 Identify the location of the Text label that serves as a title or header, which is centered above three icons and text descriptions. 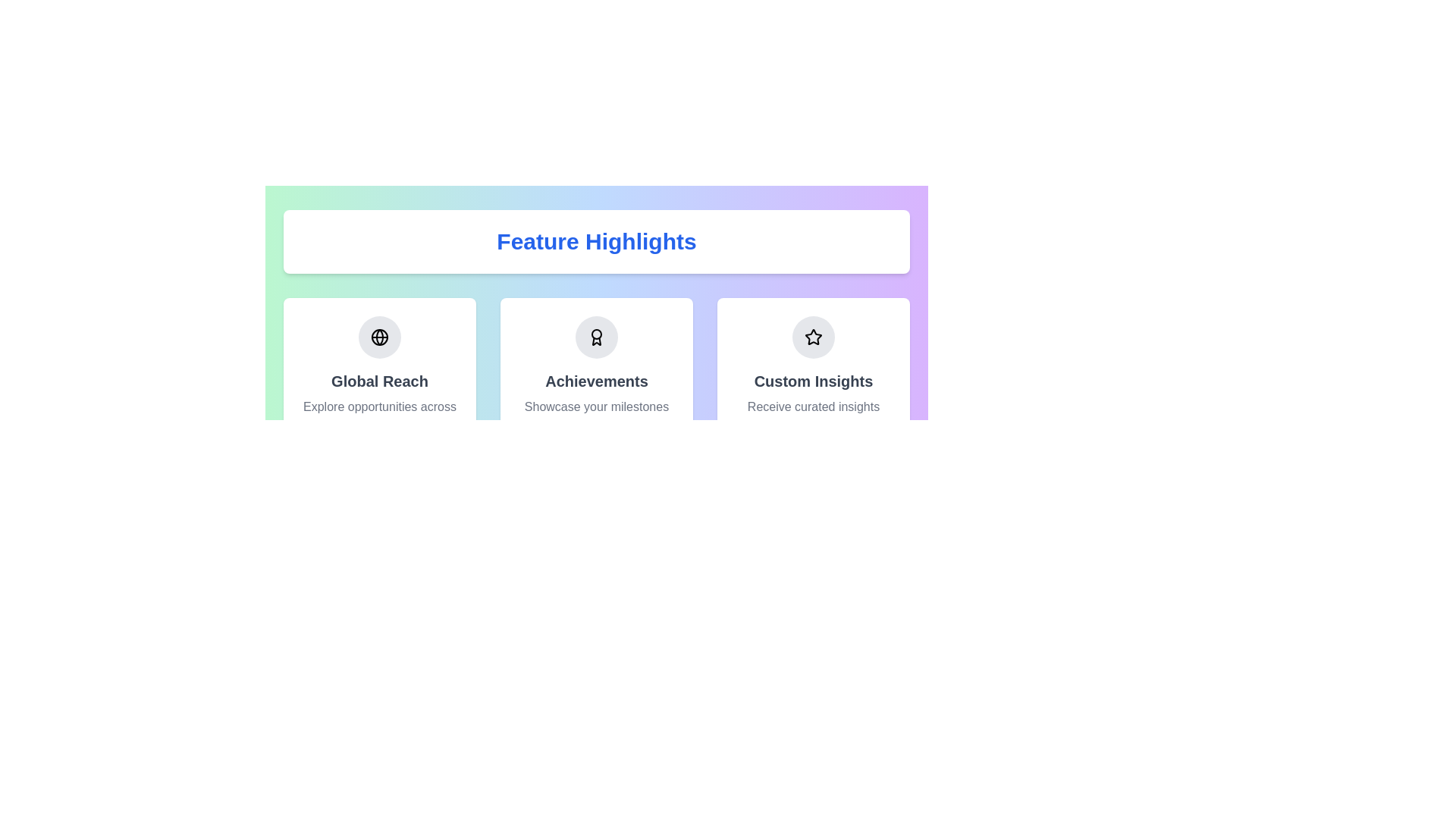
(596, 241).